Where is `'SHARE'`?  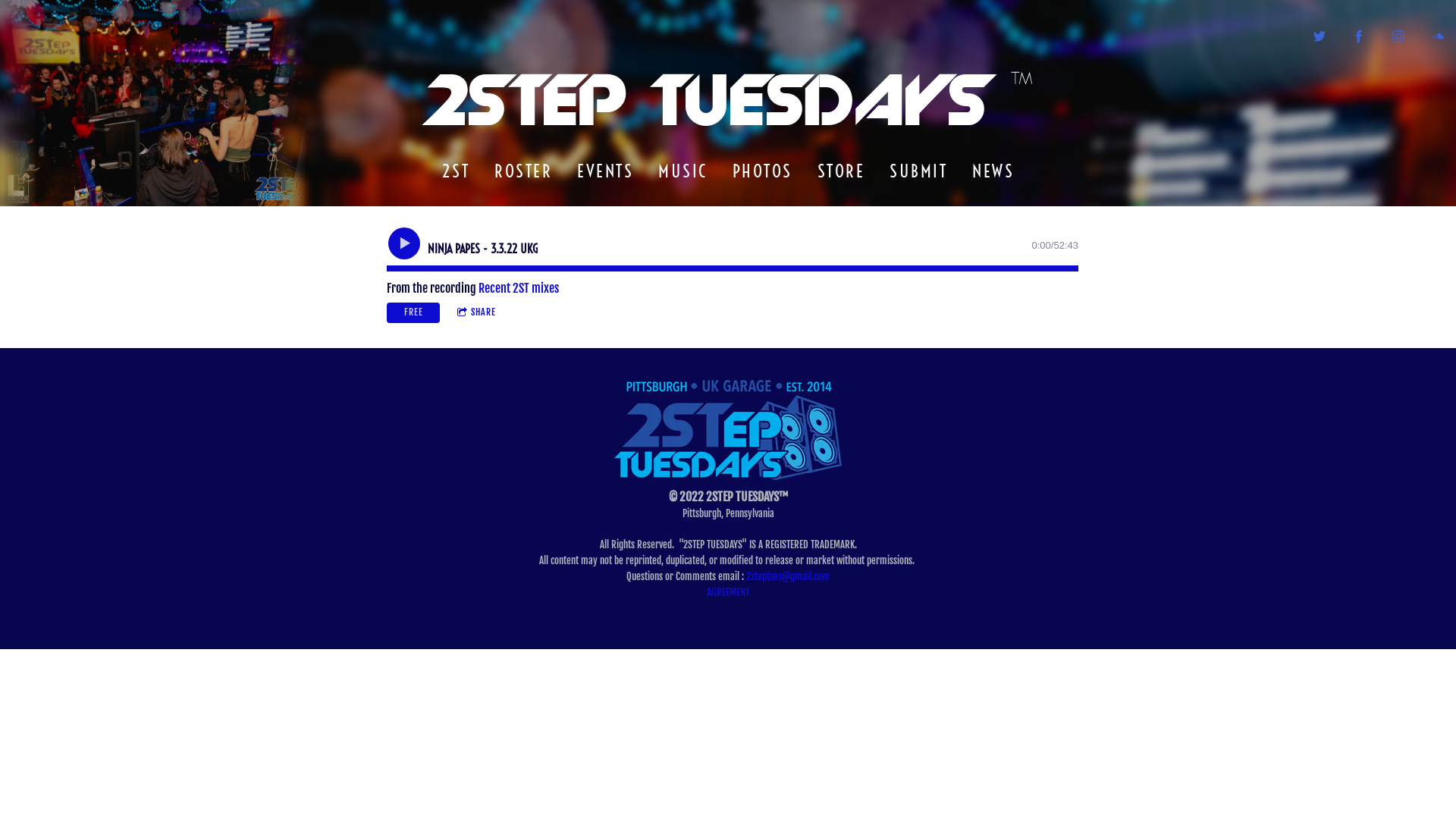
'SHARE' is located at coordinates (475, 312).